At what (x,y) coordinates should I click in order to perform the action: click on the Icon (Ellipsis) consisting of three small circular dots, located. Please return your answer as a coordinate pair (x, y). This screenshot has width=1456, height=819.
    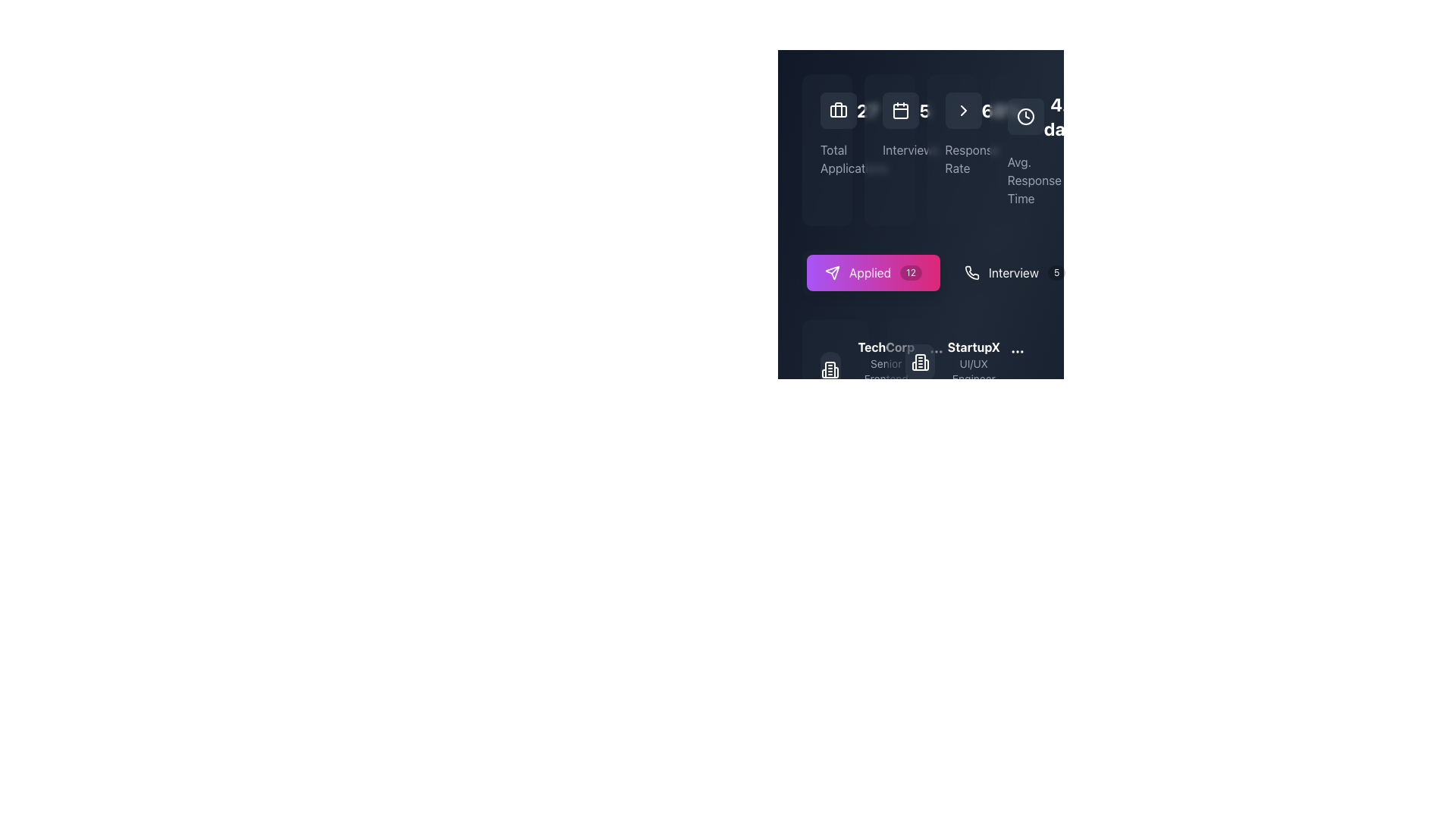
    Looking at the image, I should click on (935, 351).